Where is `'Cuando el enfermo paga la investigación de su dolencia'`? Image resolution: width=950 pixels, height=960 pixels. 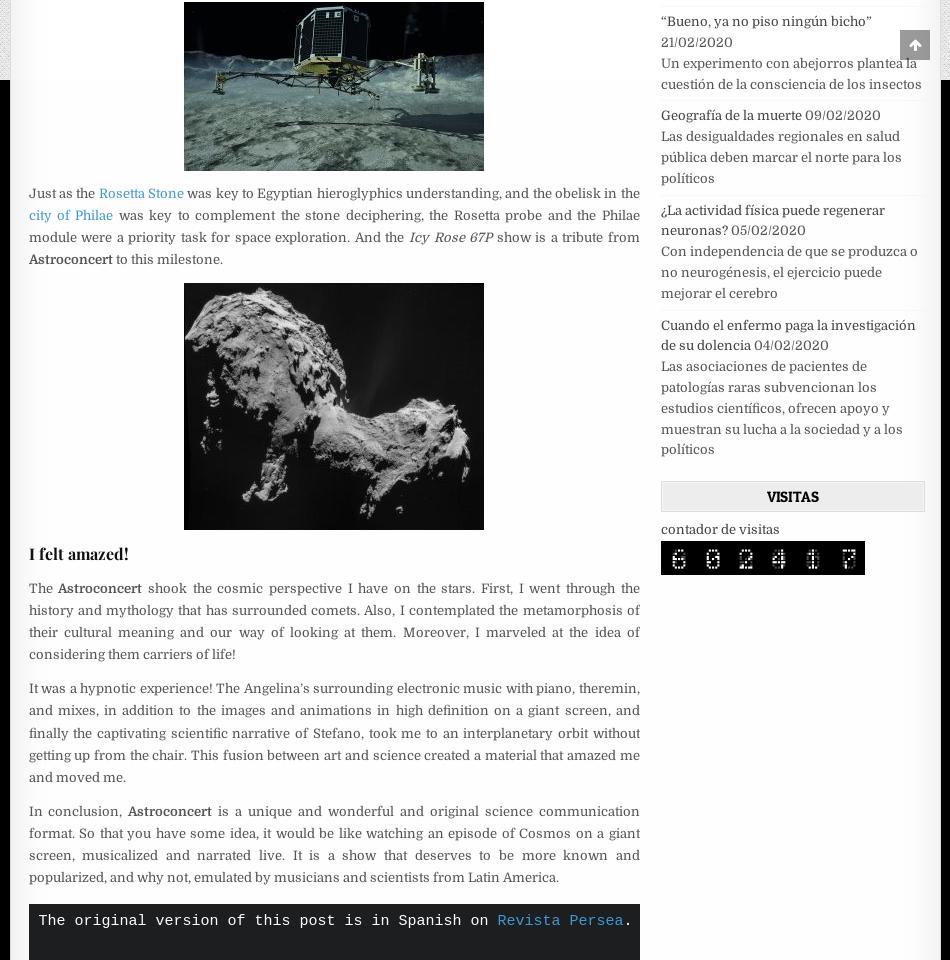
'Cuando el enfermo paga la investigación de su dolencia' is located at coordinates (786, 335).